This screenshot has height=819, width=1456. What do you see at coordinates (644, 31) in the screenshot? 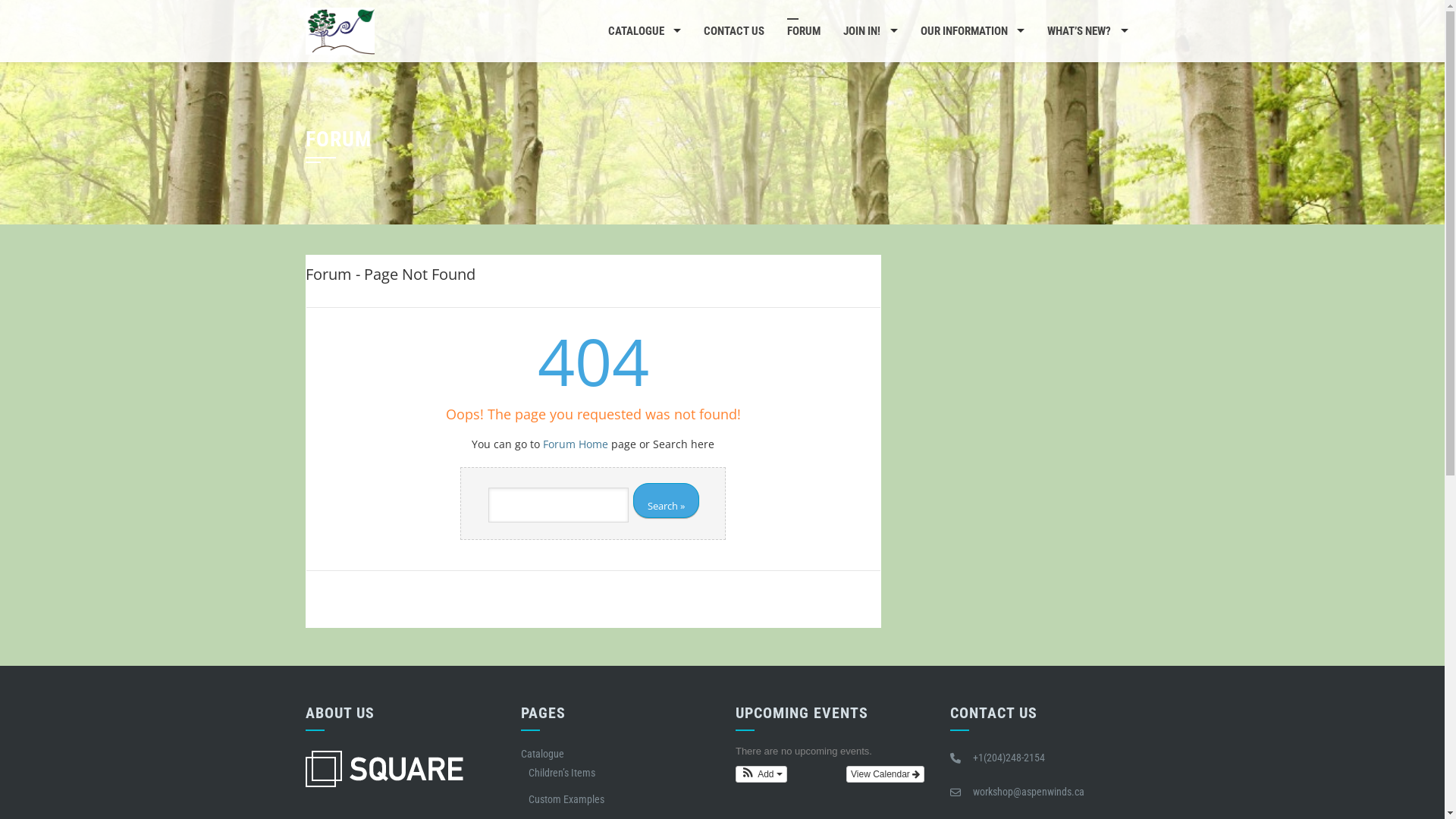
I see `'CATALOGUE'` at bounding box center [644, 31].